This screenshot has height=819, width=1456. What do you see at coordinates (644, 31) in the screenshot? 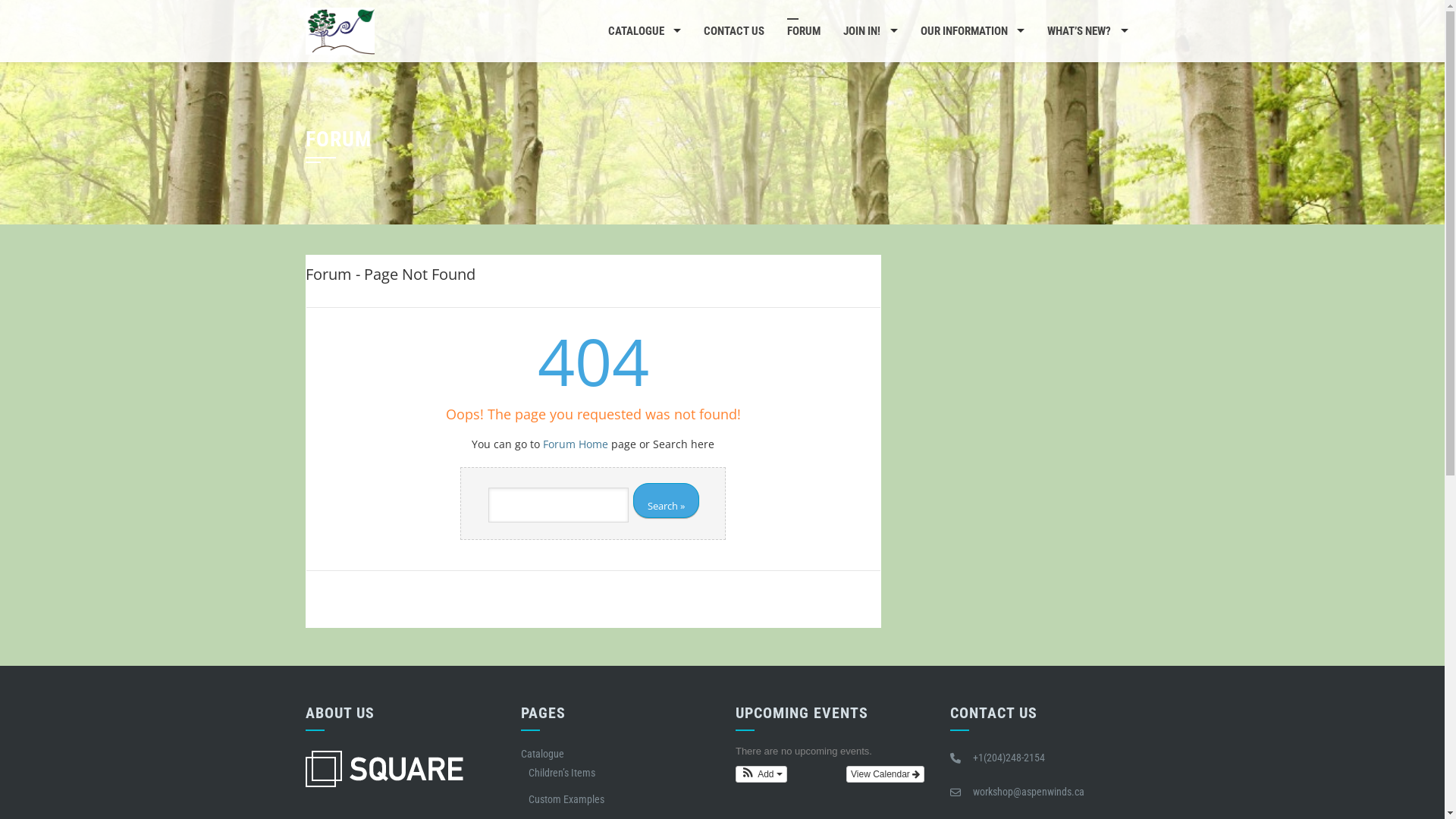
I see `'CATALOGUE'` at bounding box center [644, 31].